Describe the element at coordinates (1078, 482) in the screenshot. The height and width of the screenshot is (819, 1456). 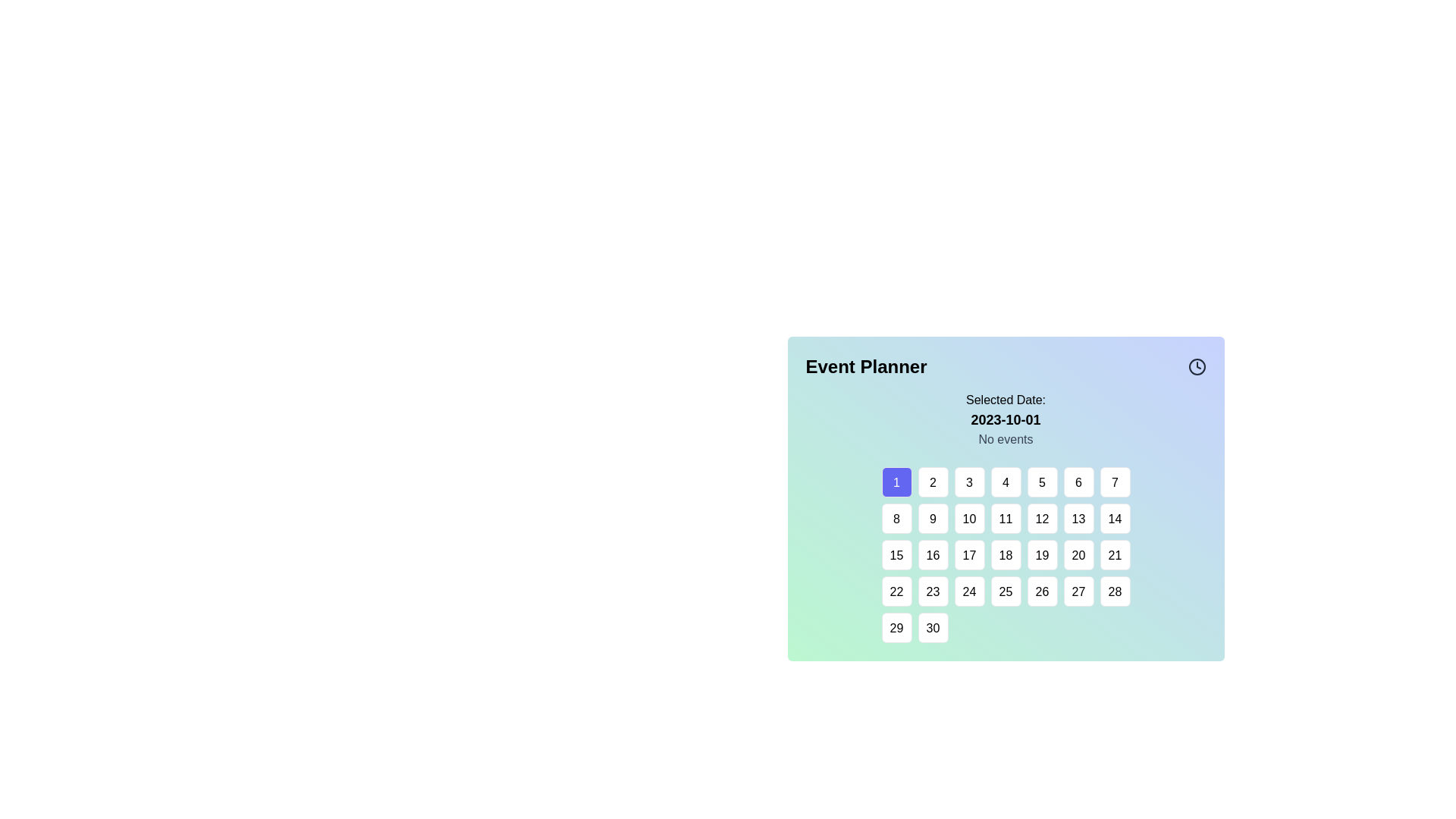
I see `the selectable day button in the calendar interface, which is the sixth item in the top row of the grid, to change its background` at that location.